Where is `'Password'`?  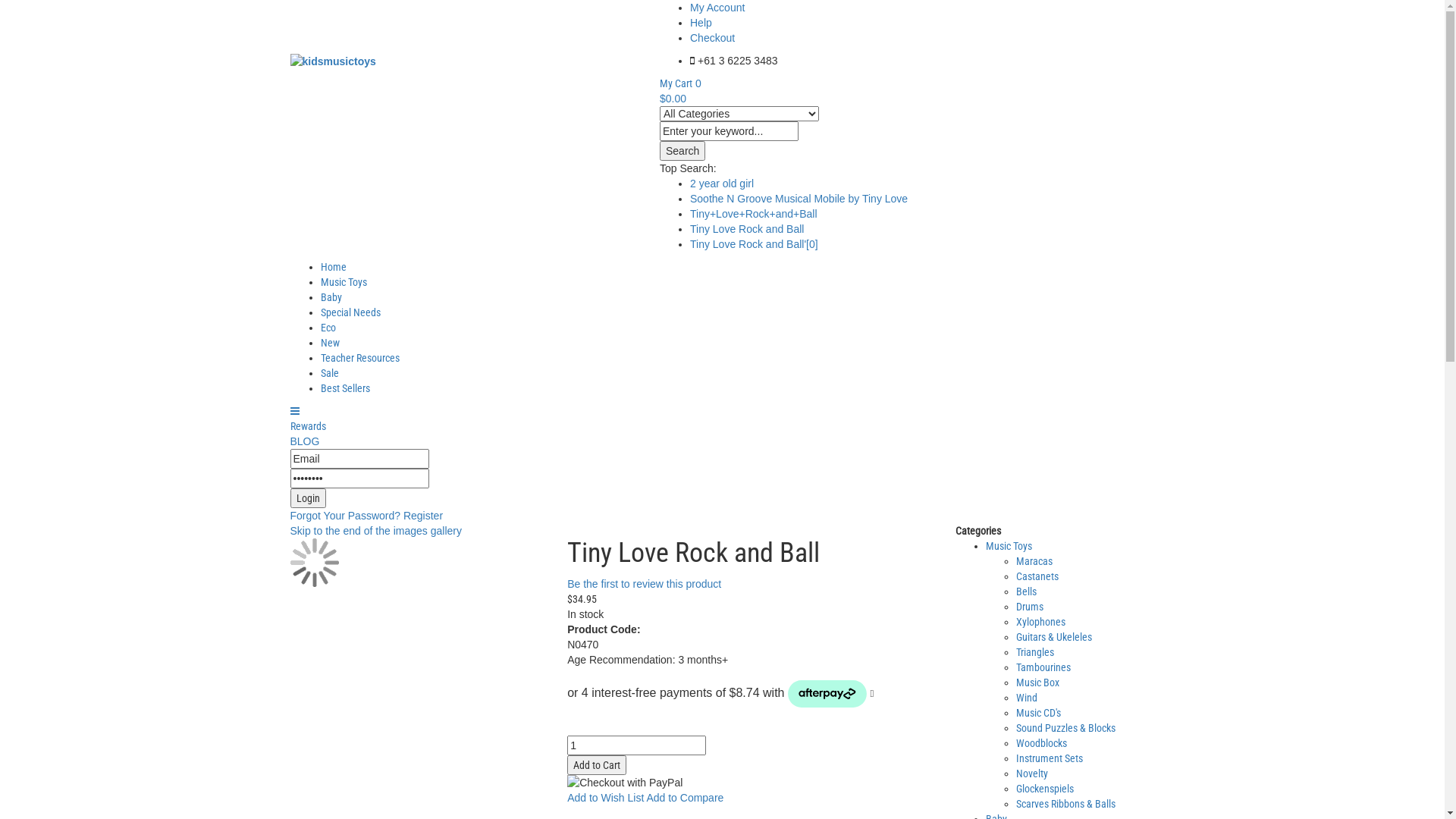 'Password' is located at coordinates (290, 479).